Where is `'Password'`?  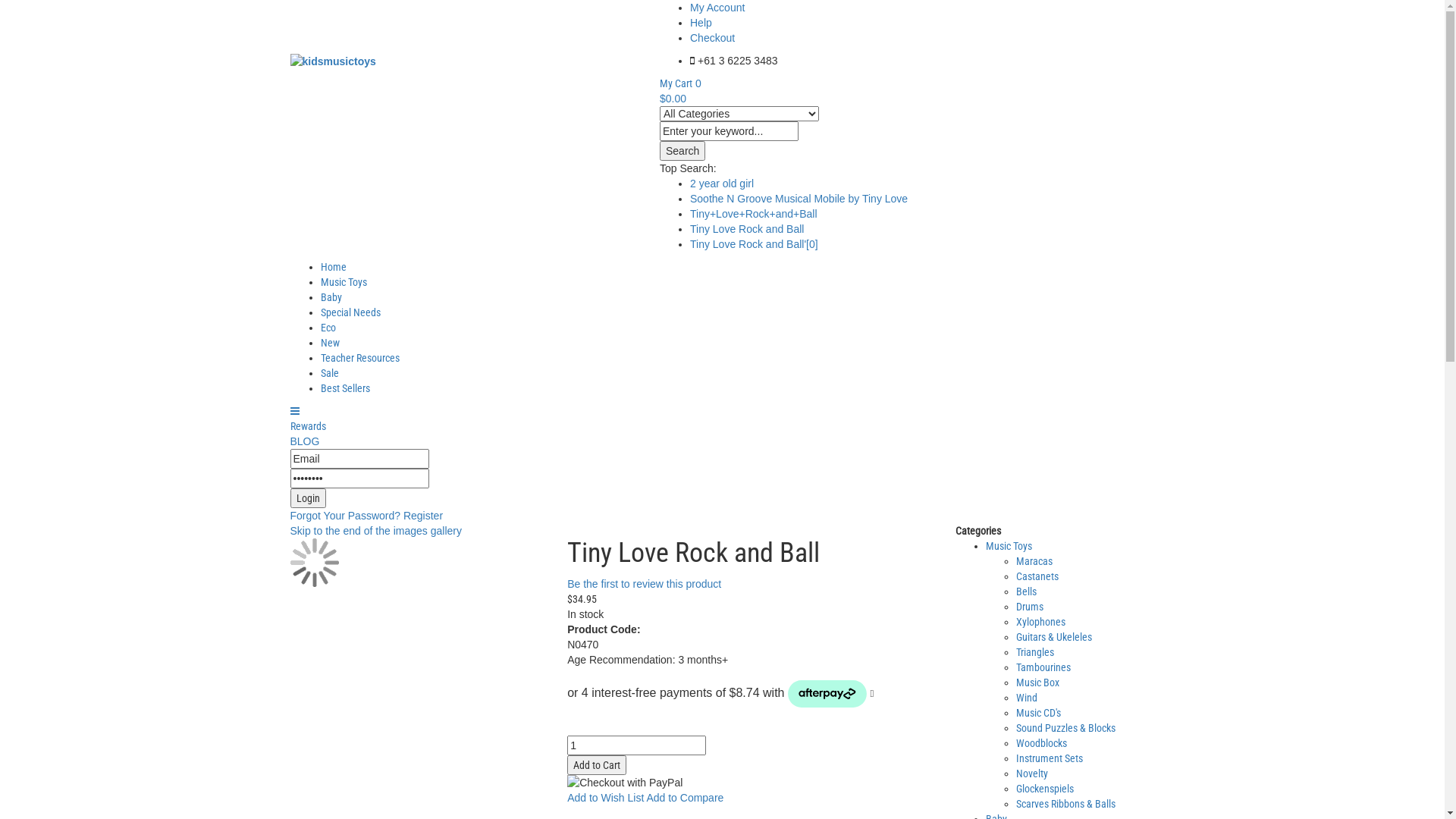 'Password' is located at coordinates (290, 479).